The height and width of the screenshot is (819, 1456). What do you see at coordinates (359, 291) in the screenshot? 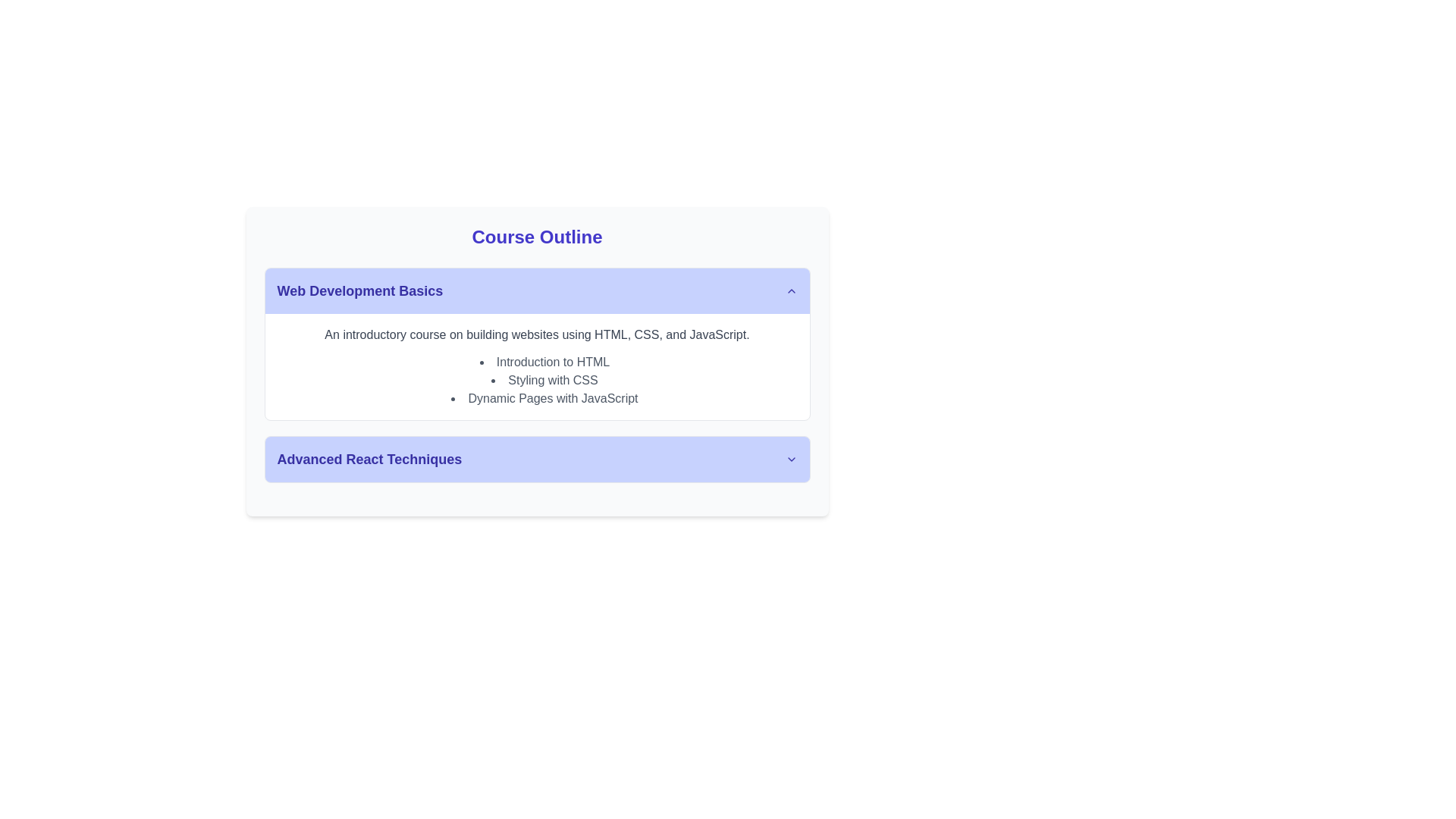
I see `the left-aligned text label displaying 'Web Development Basics' in the header section of the 'Course Outline' interface` at bounding box center [359, 291].